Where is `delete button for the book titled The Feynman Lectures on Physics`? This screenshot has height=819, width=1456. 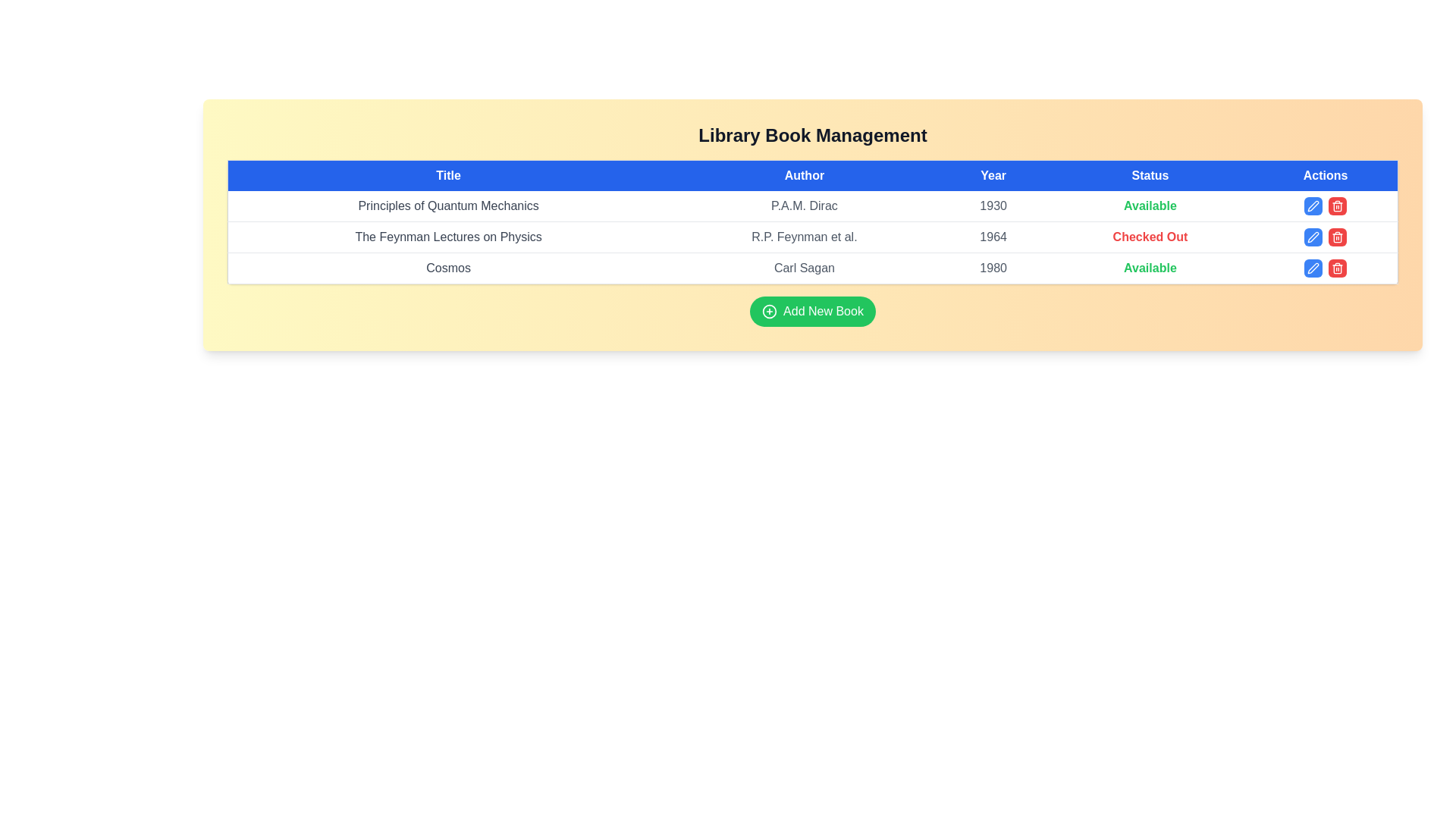
delete button for the book titled The Feynman Lectures on Physics is located at coordinates (1338, 237).